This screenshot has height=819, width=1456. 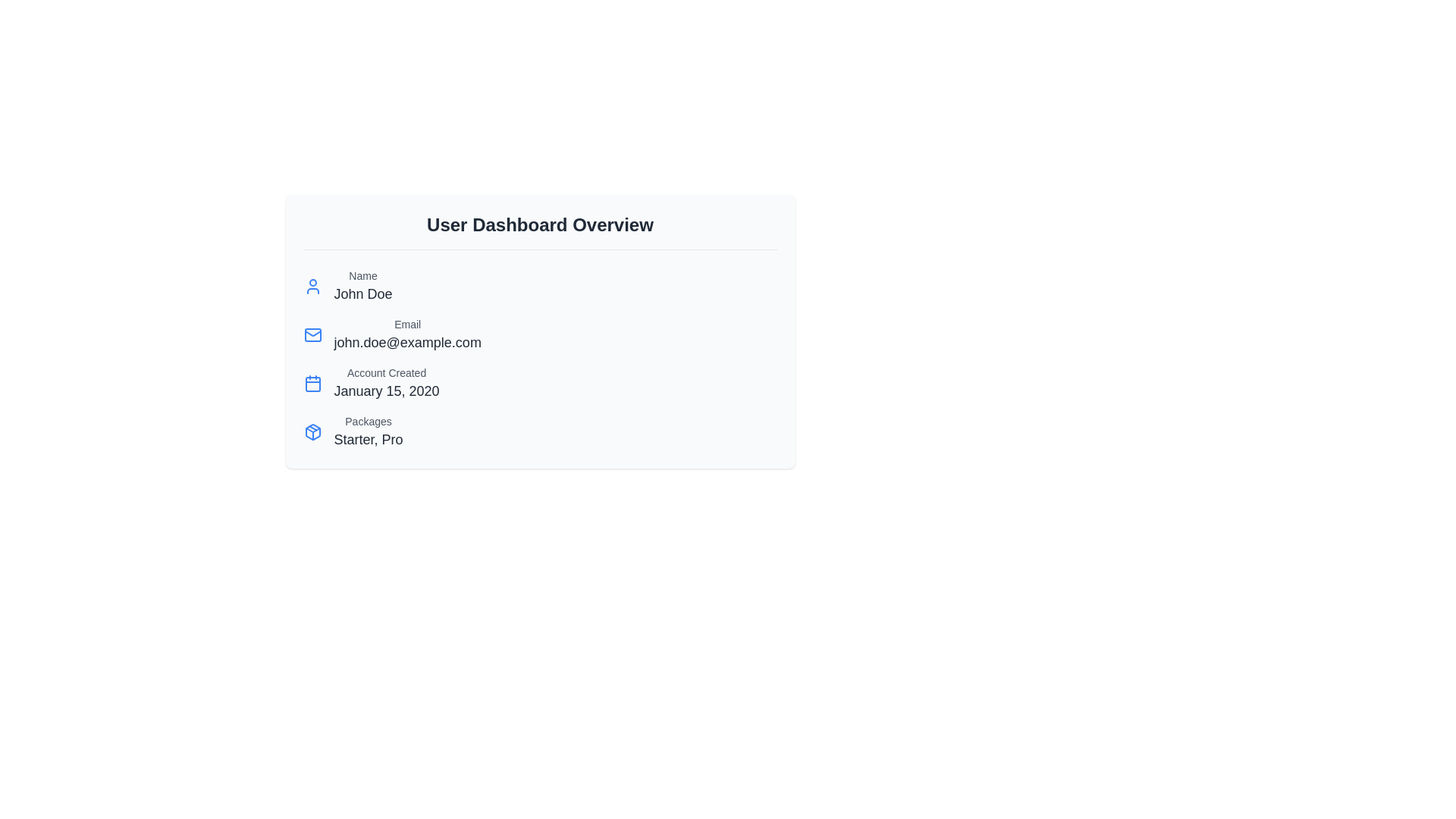 I want to click on the text label that describes the packages section, located beneath the 'Account Created' header in the user dashboard overview, so click(x=368, y=421).